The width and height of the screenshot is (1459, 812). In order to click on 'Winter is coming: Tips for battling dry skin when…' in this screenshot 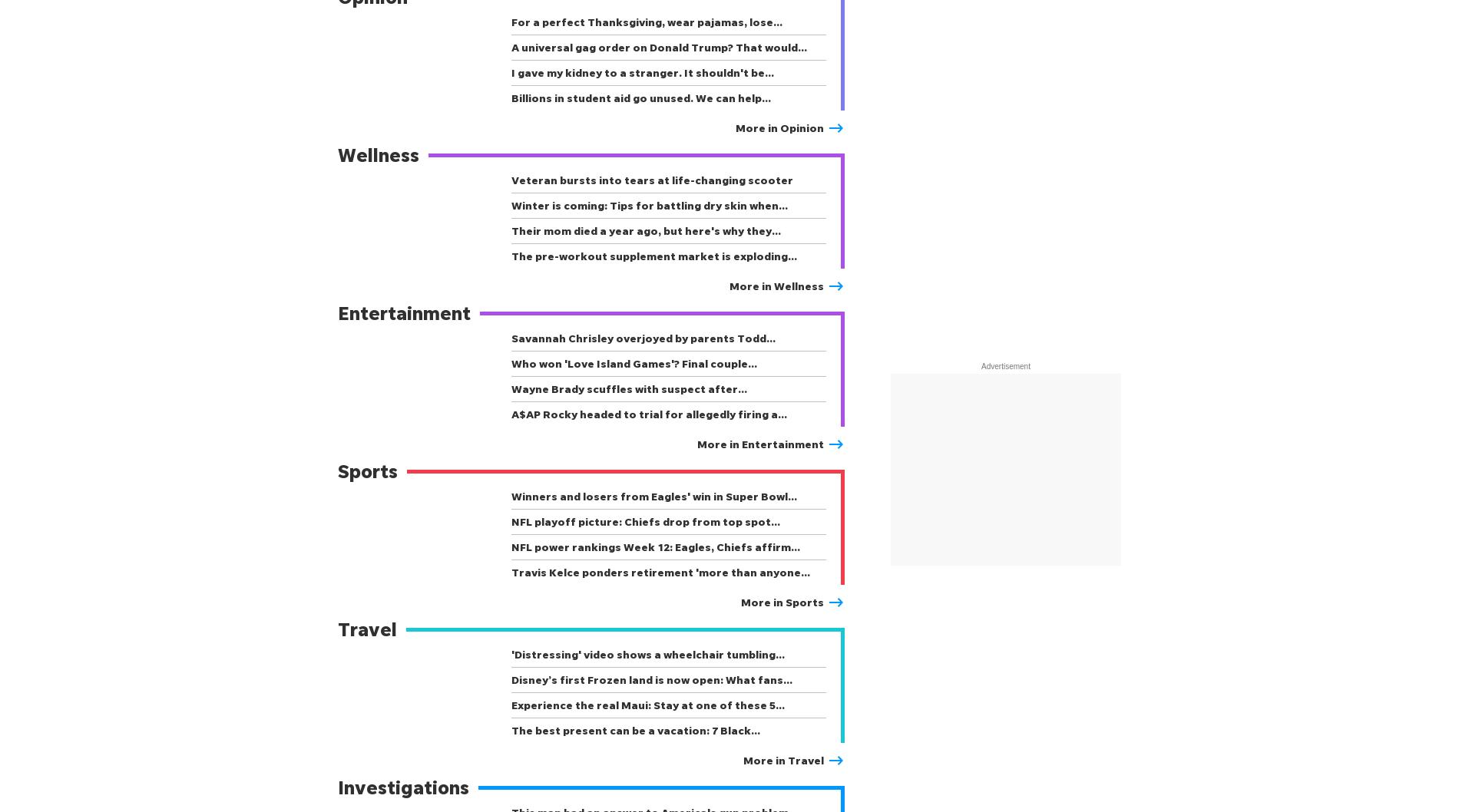, I will do `click(649, 204)`.